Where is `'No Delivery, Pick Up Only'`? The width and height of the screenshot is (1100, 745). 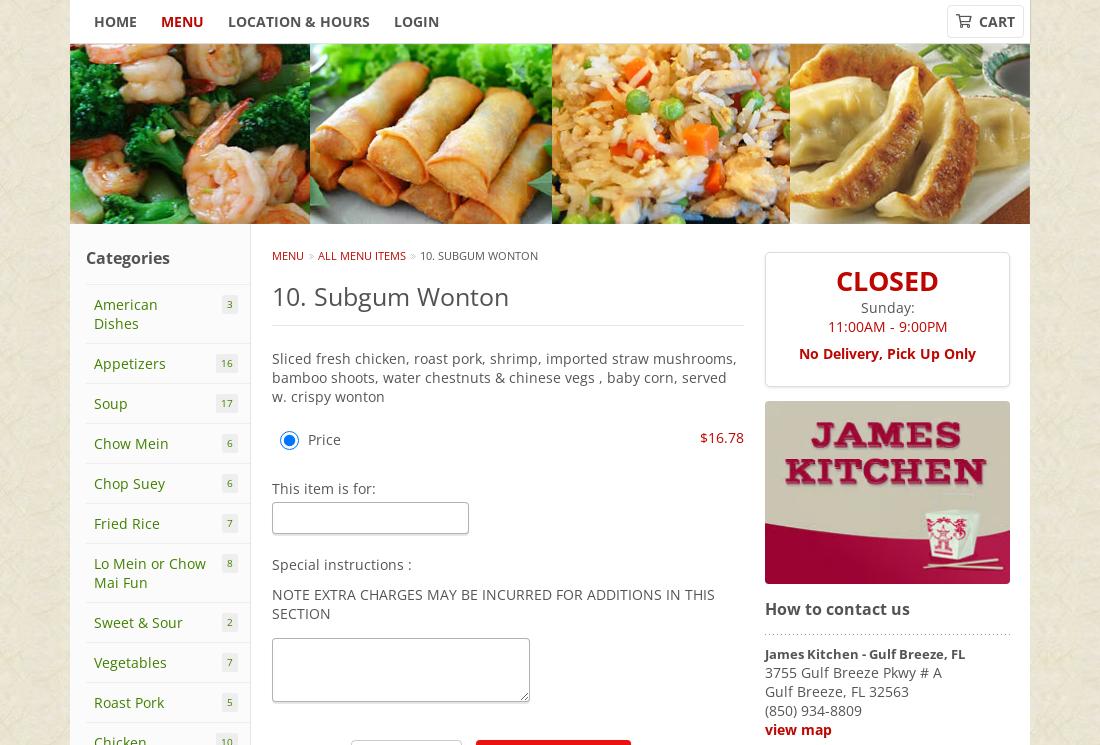 'No Delivery, Pick Up Only' is located at coordinates (799, 352).